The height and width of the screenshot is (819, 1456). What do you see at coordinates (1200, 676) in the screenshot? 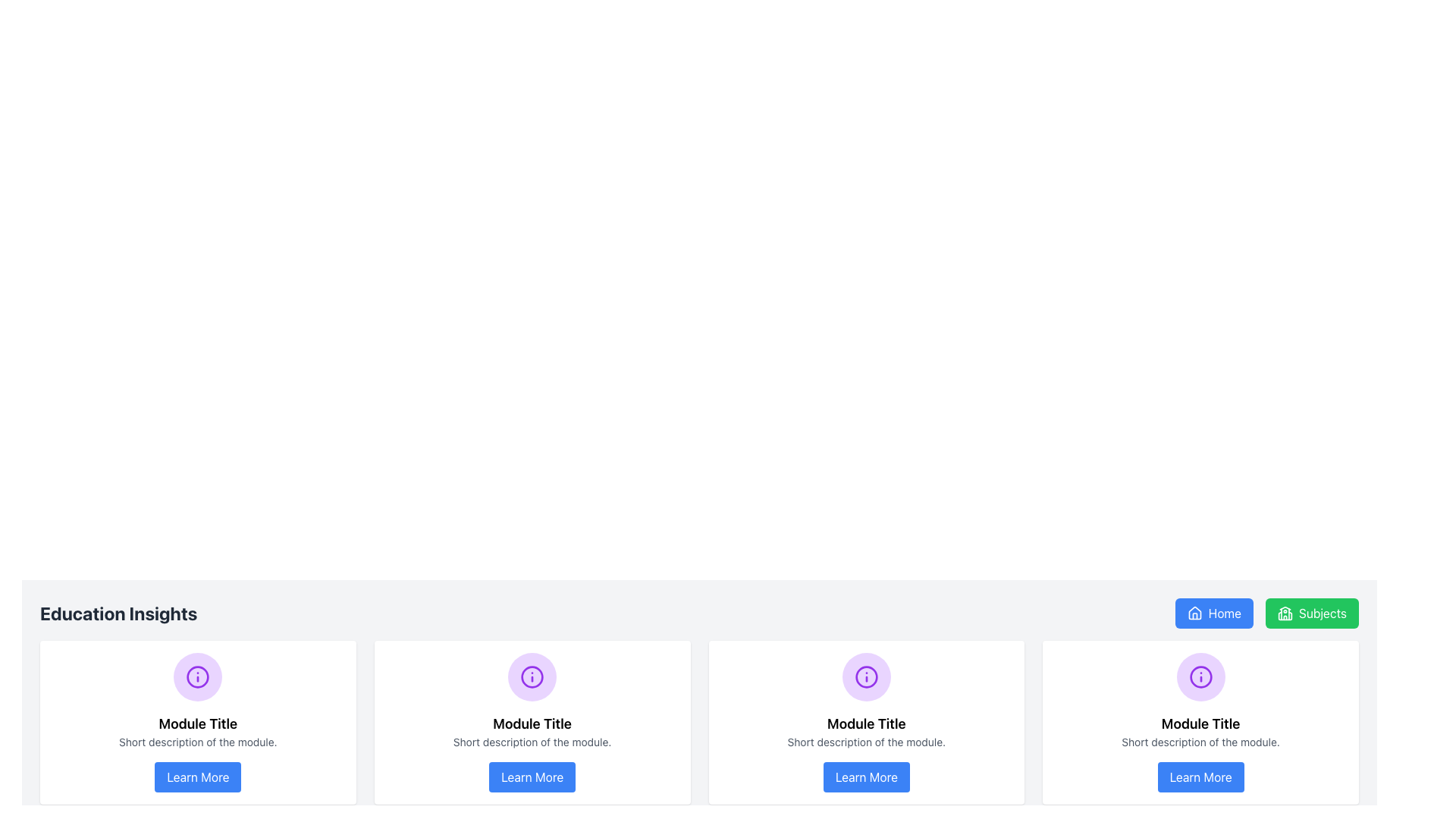
I see `the light purple circular element within the information icon located in the last module card above the text 'Module Title'` at bounding box center [1200, 676].